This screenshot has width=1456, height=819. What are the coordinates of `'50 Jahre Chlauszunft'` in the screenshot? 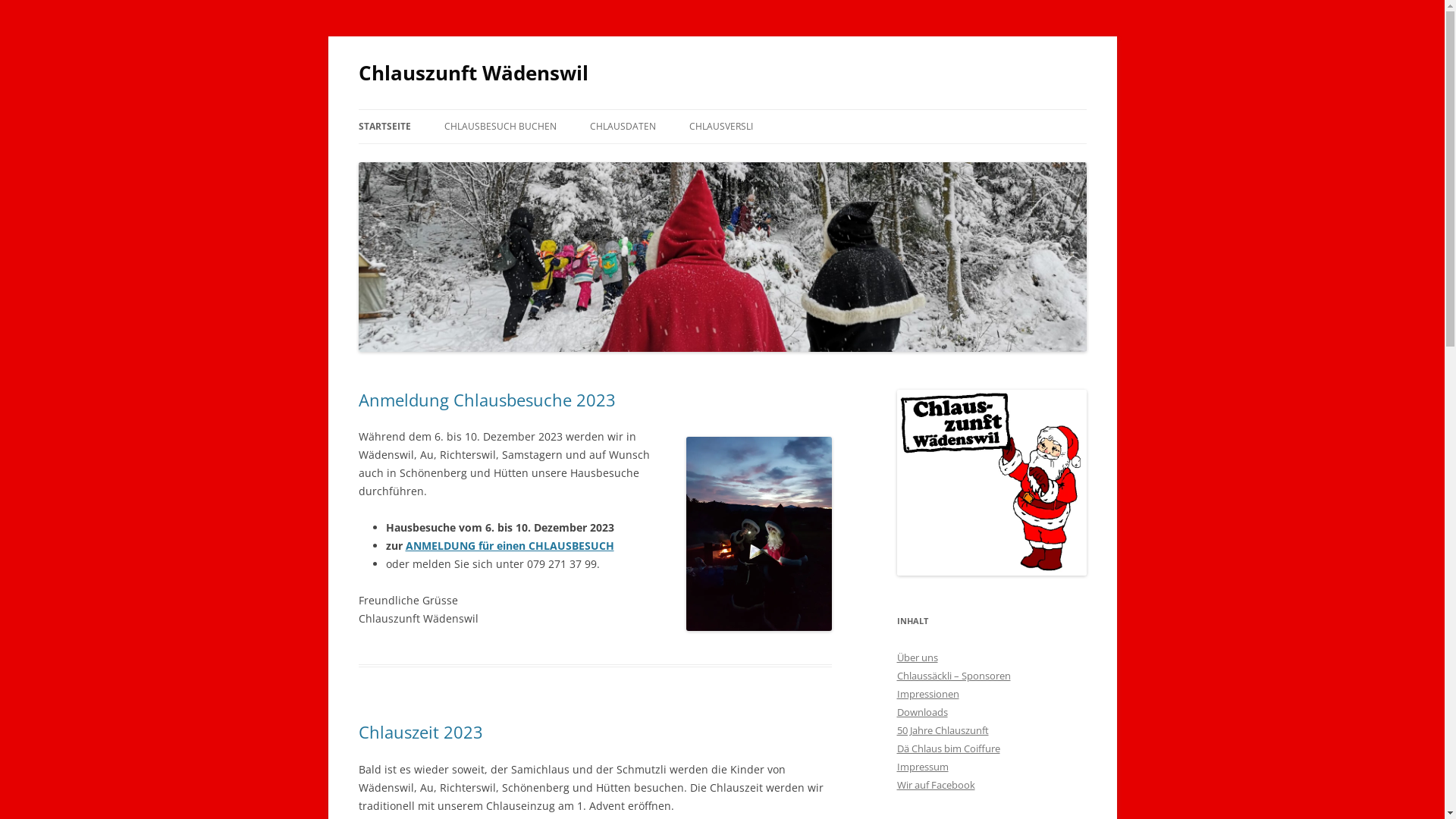 It's located at (941, 730).